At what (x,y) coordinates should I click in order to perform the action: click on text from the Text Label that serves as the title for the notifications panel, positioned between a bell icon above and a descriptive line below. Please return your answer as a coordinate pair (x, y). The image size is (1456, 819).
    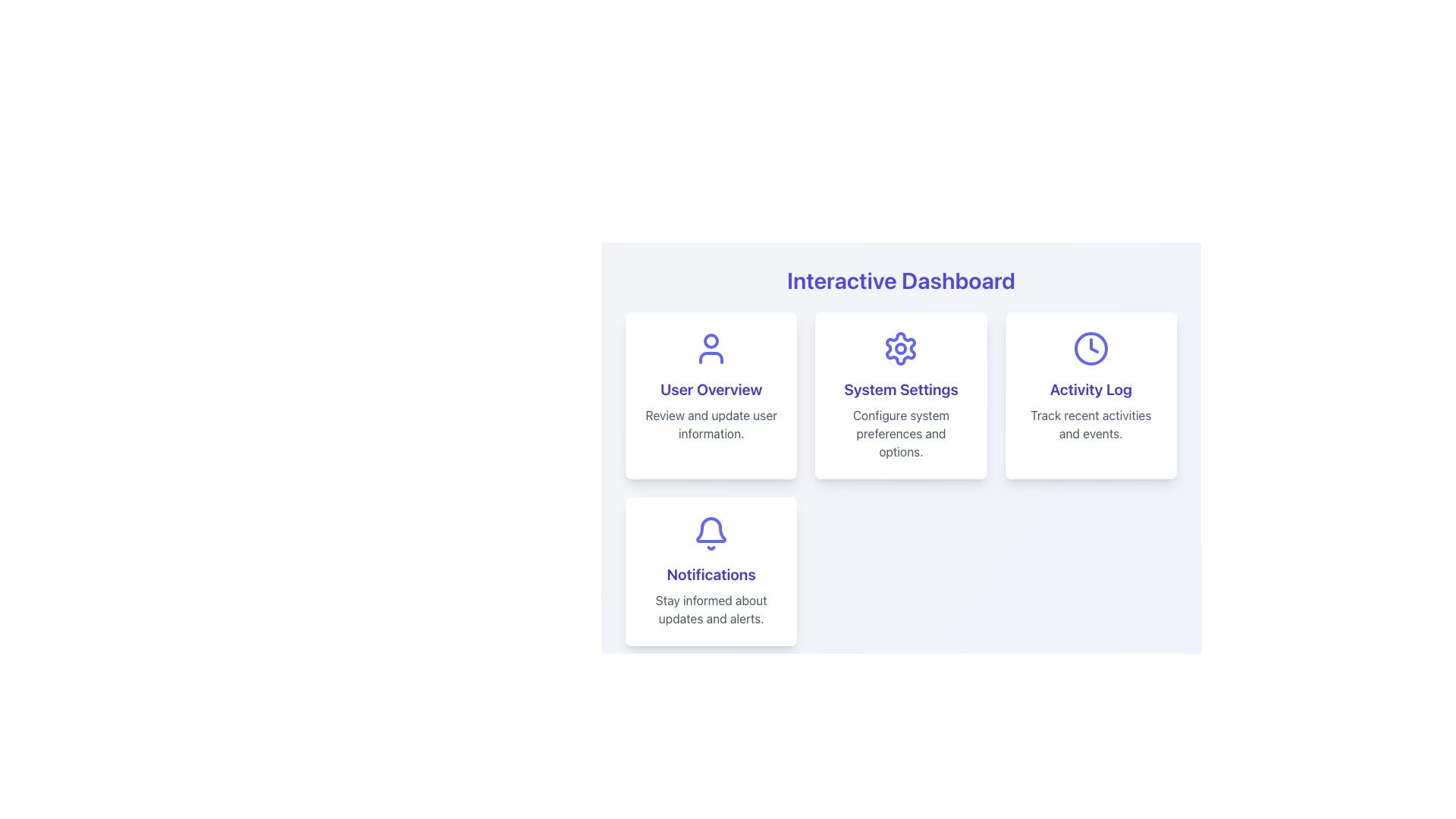
    Looking at the image, I should click on (711, 575).